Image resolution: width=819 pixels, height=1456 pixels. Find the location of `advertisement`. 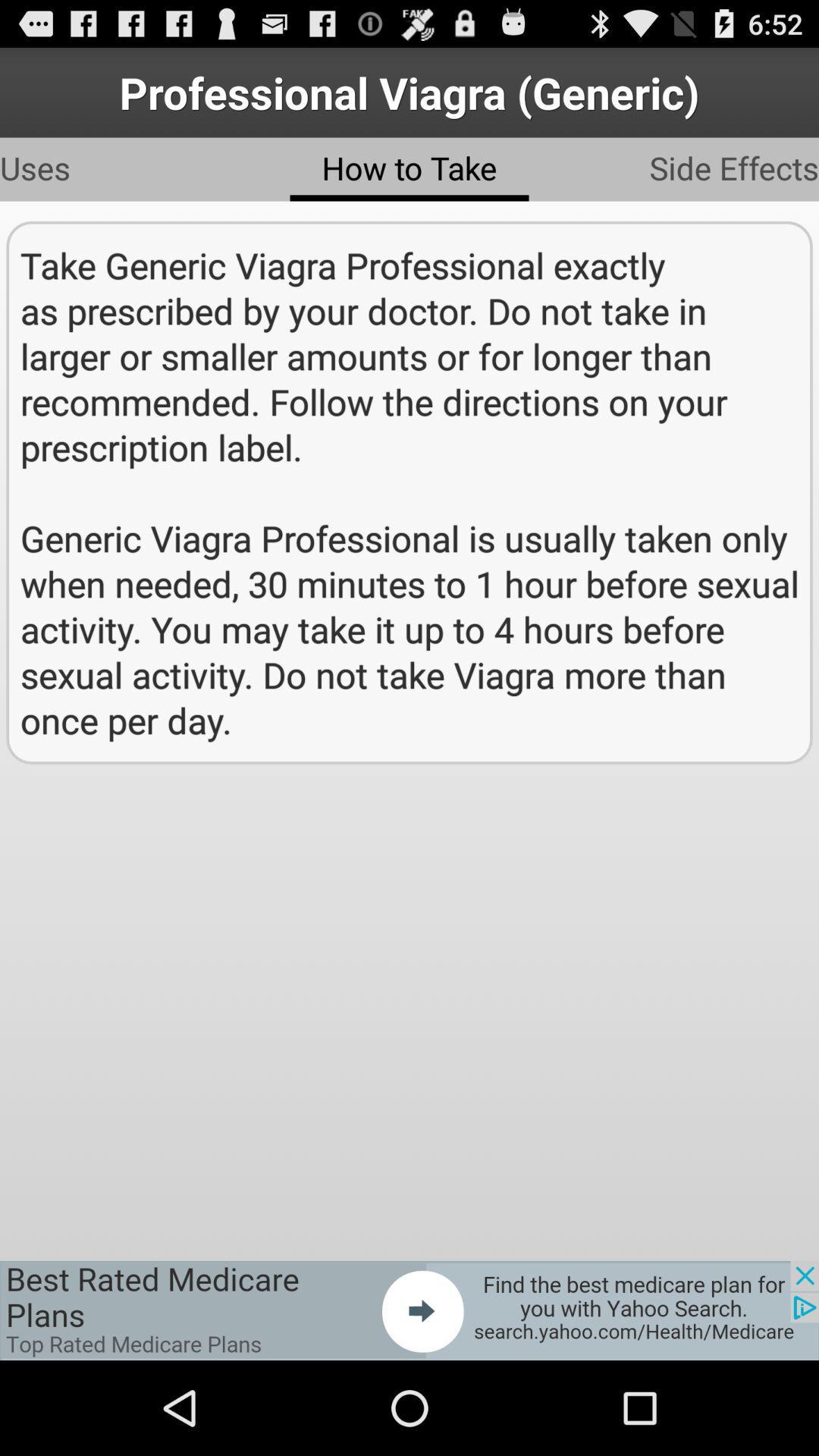

advertisement is located at coordinates (409, 1310).